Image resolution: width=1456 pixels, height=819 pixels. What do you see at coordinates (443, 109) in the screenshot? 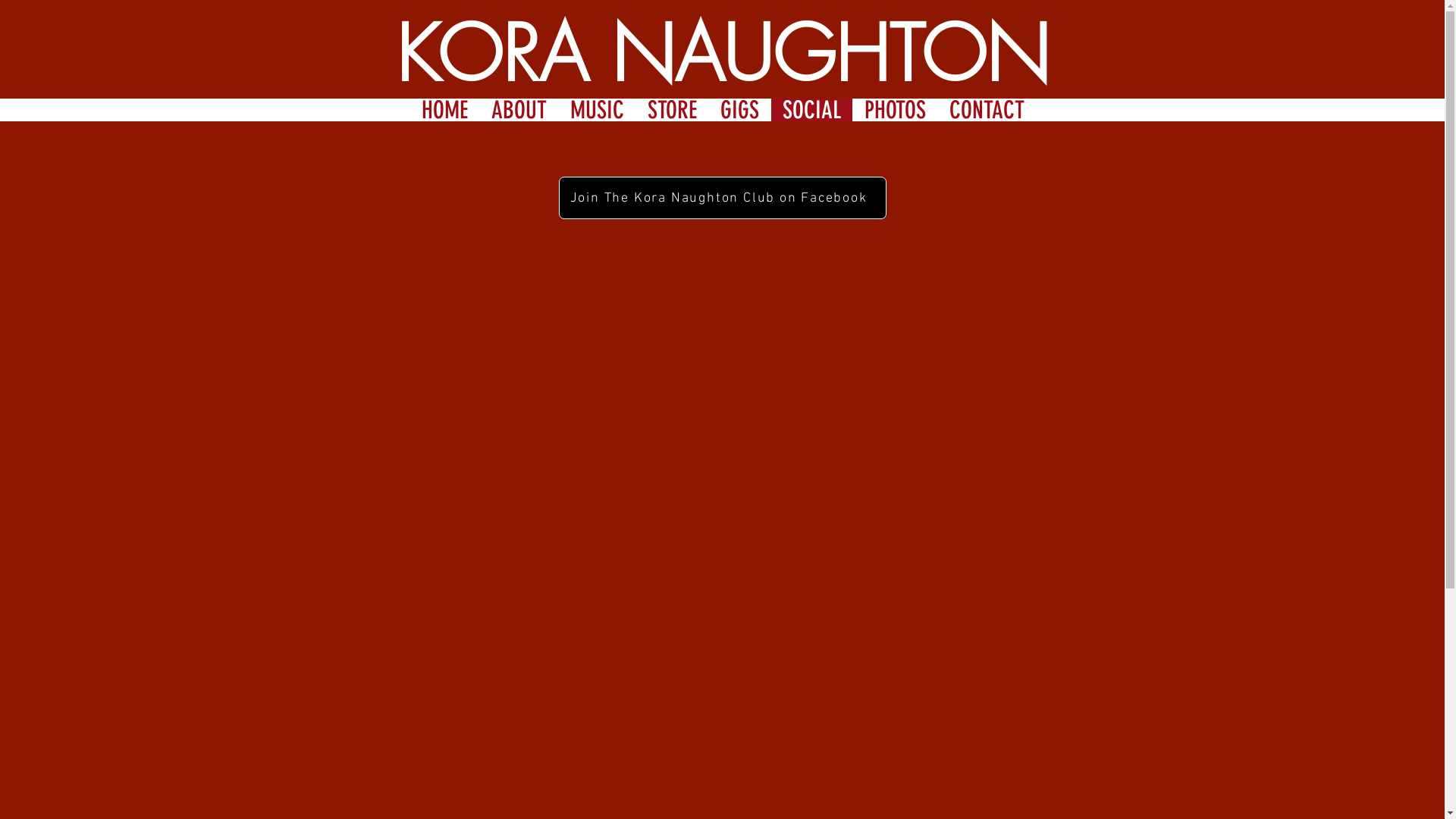
I see `'HOME'` at bounding box center [443, 109].